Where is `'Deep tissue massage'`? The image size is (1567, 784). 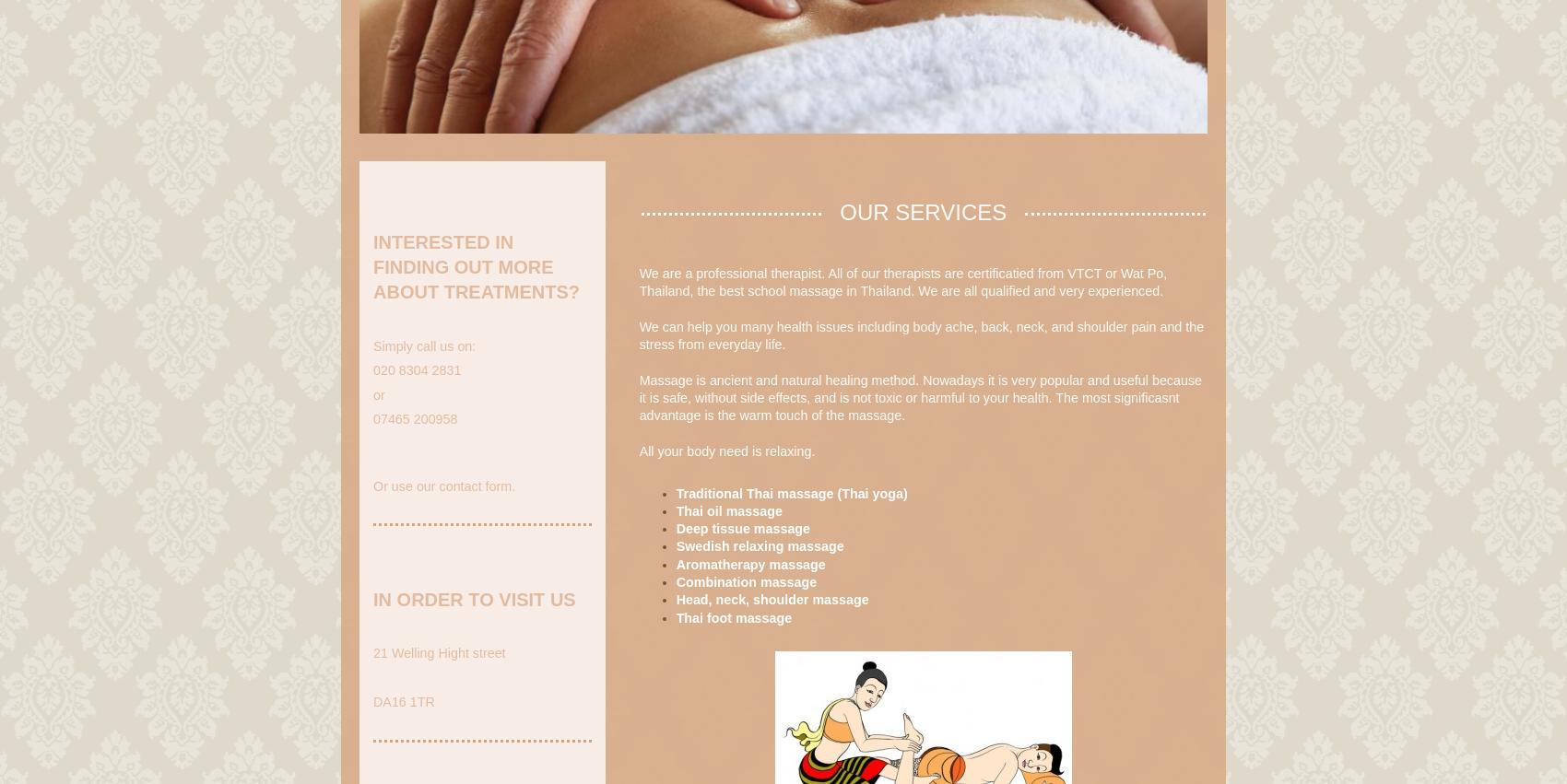
'Deep tissue massage' is located at coordinates (741, 527).